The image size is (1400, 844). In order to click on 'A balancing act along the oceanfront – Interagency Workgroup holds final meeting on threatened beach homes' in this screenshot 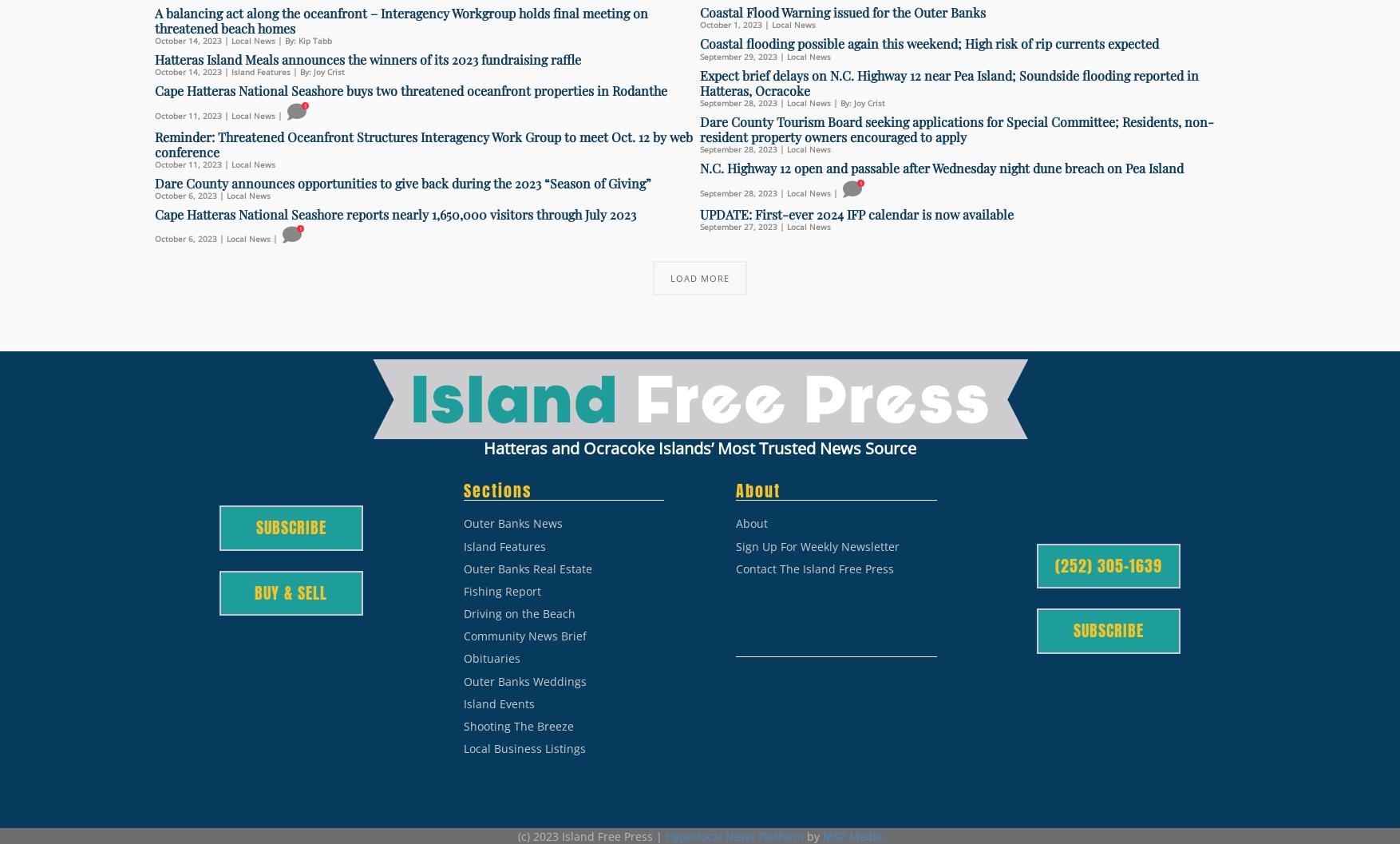, I will do `click(154, 20)`.